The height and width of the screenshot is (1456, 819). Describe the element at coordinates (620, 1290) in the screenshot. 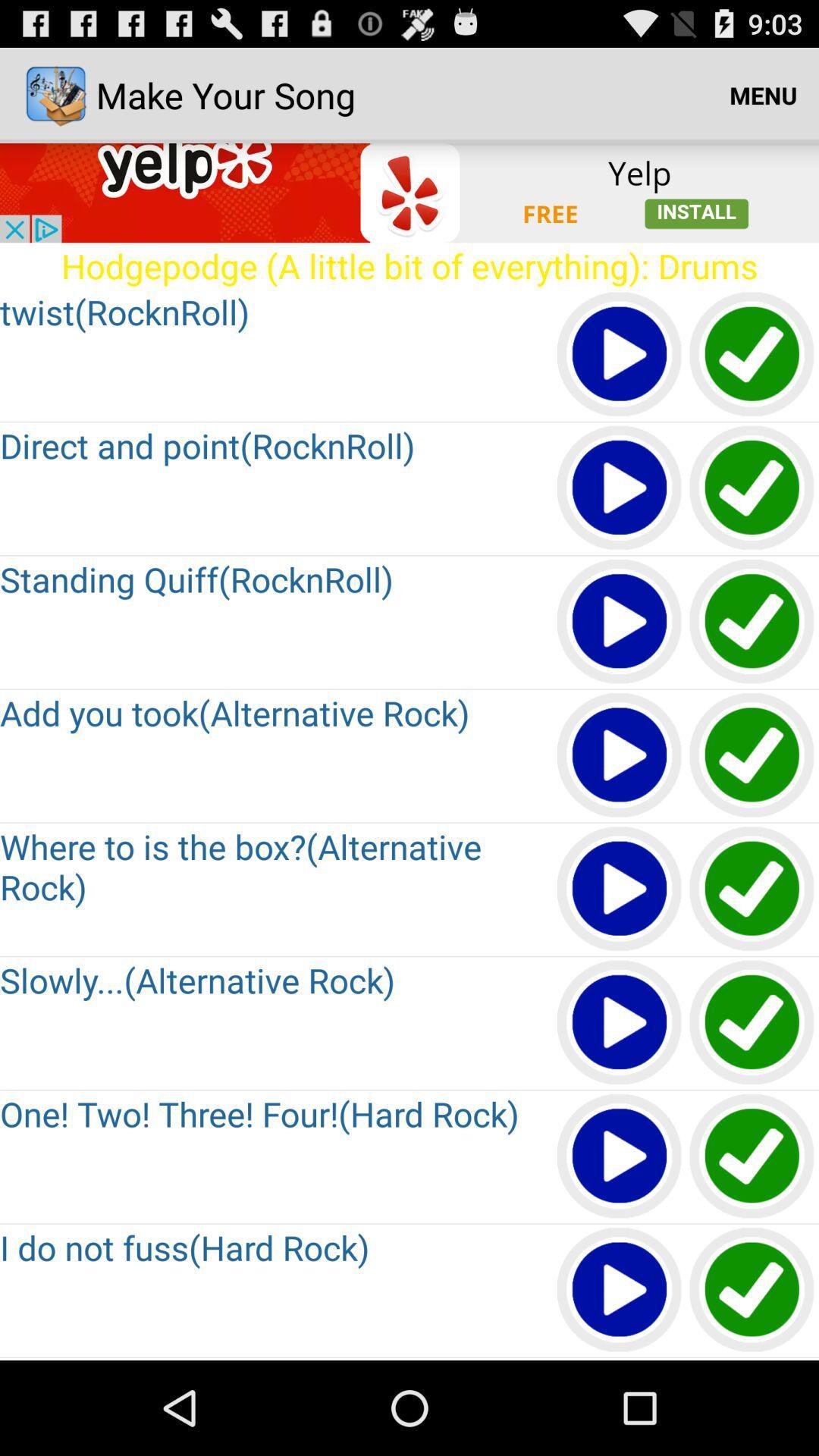

I see `i do not fuss` at that location.